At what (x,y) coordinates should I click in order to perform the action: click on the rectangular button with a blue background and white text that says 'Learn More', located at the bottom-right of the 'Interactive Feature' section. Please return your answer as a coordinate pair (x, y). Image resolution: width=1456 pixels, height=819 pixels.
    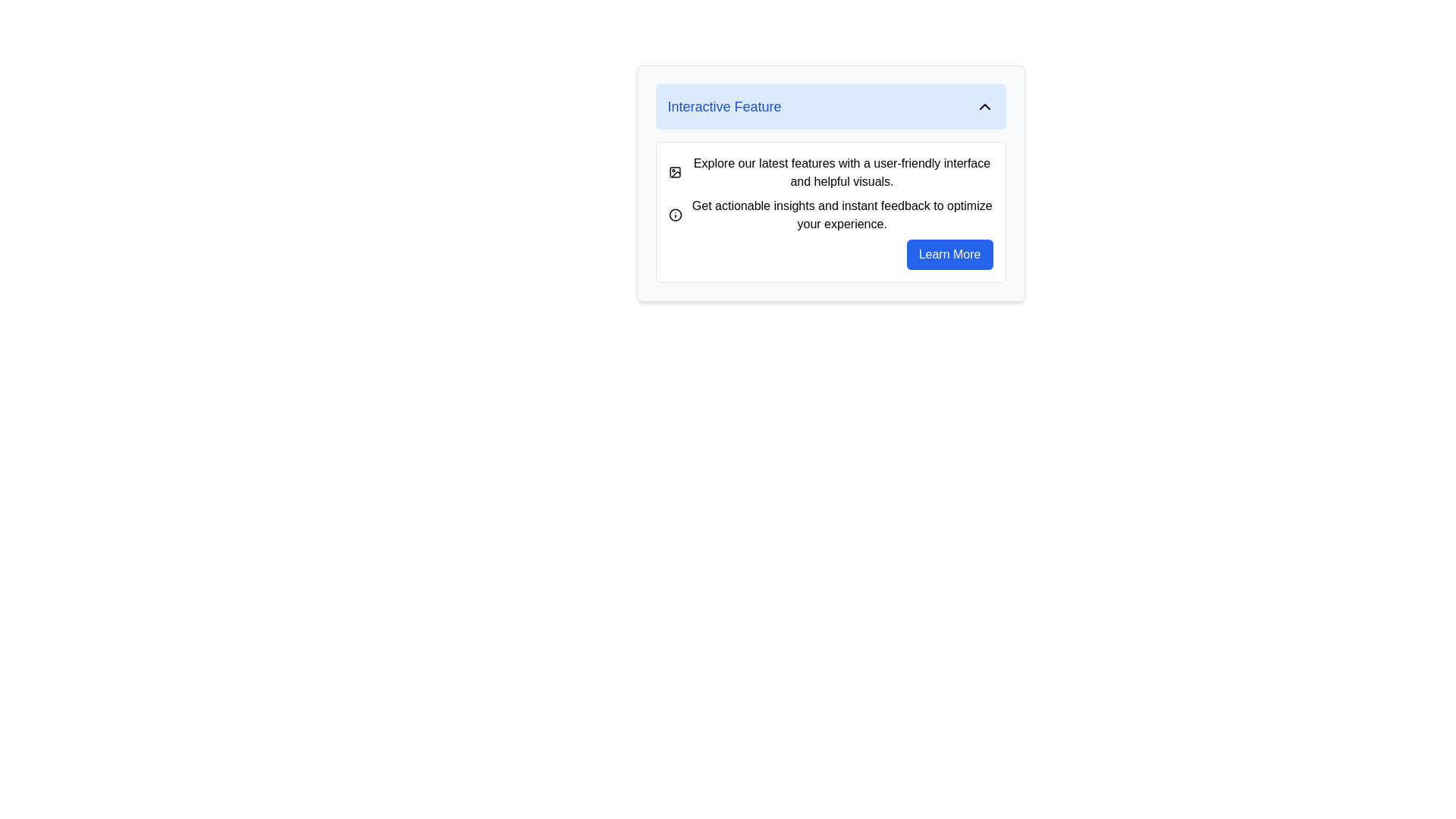
    Looking at the image, I should click on (949, 253).